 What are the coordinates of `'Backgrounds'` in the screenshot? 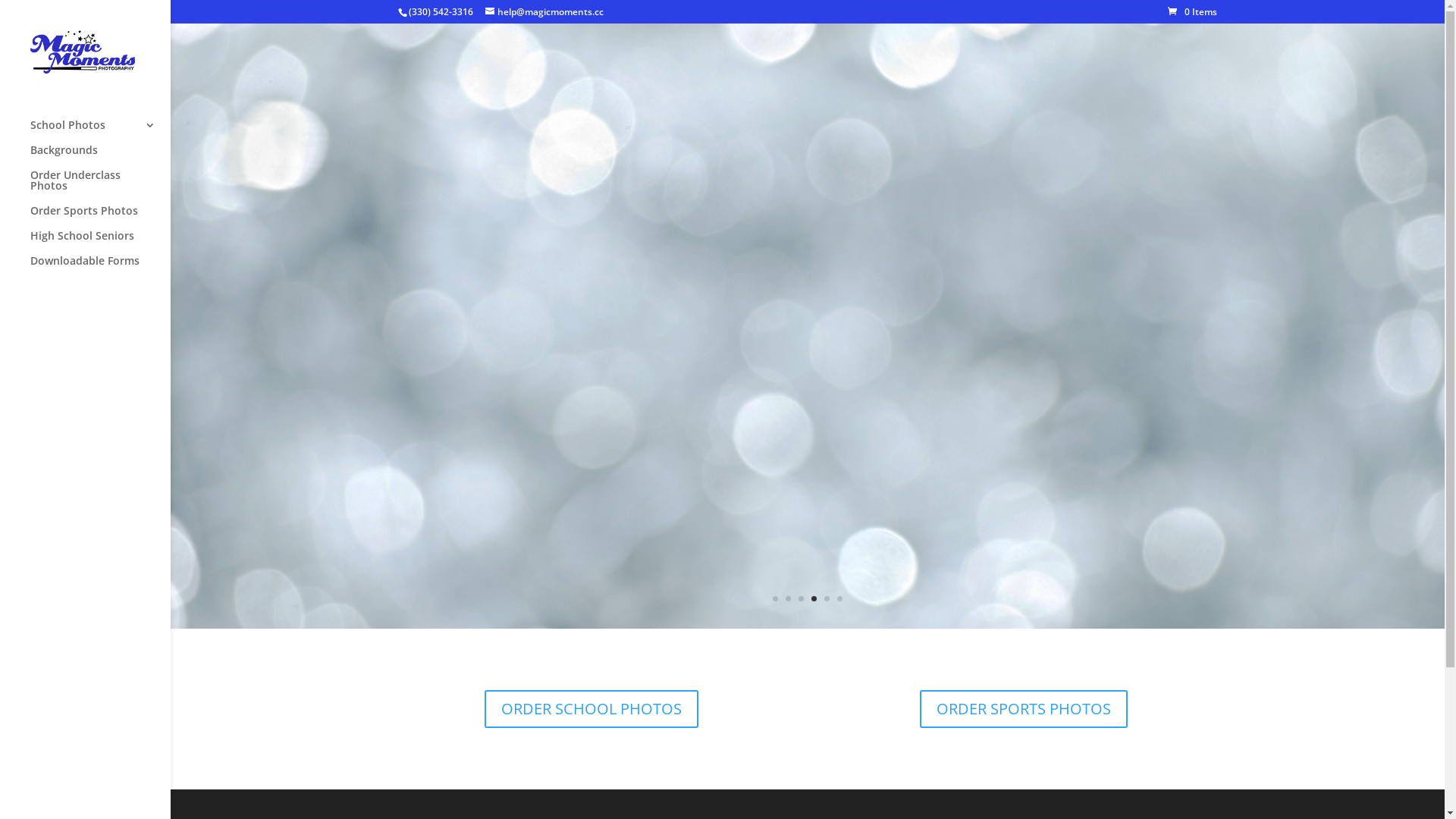 It's located at (99, 157).